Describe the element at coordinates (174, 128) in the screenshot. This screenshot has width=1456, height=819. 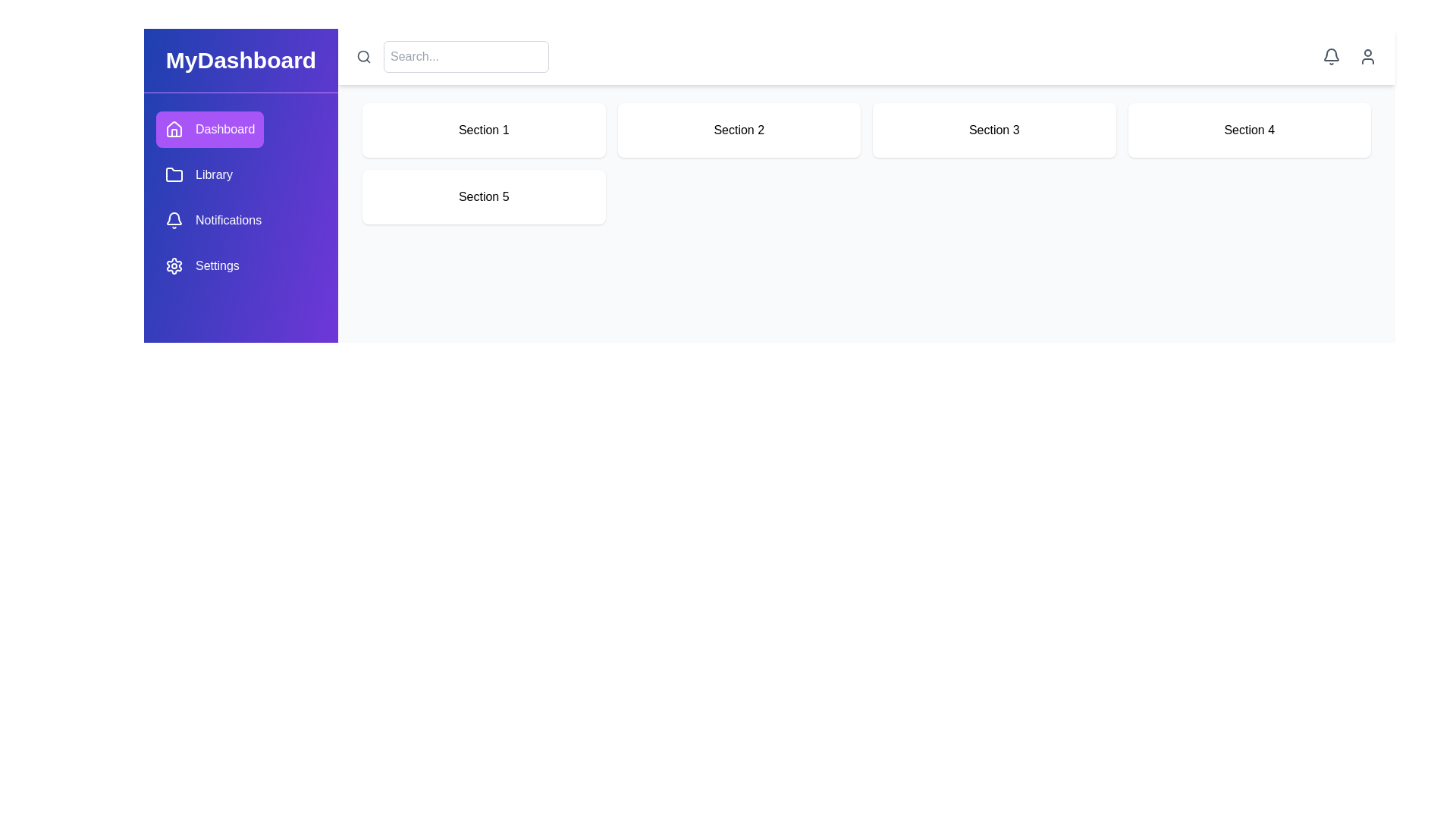
I see `the house-shaped icon located in the left navigation sidebar, which represents the home or dashboard section of the interface` at that location.